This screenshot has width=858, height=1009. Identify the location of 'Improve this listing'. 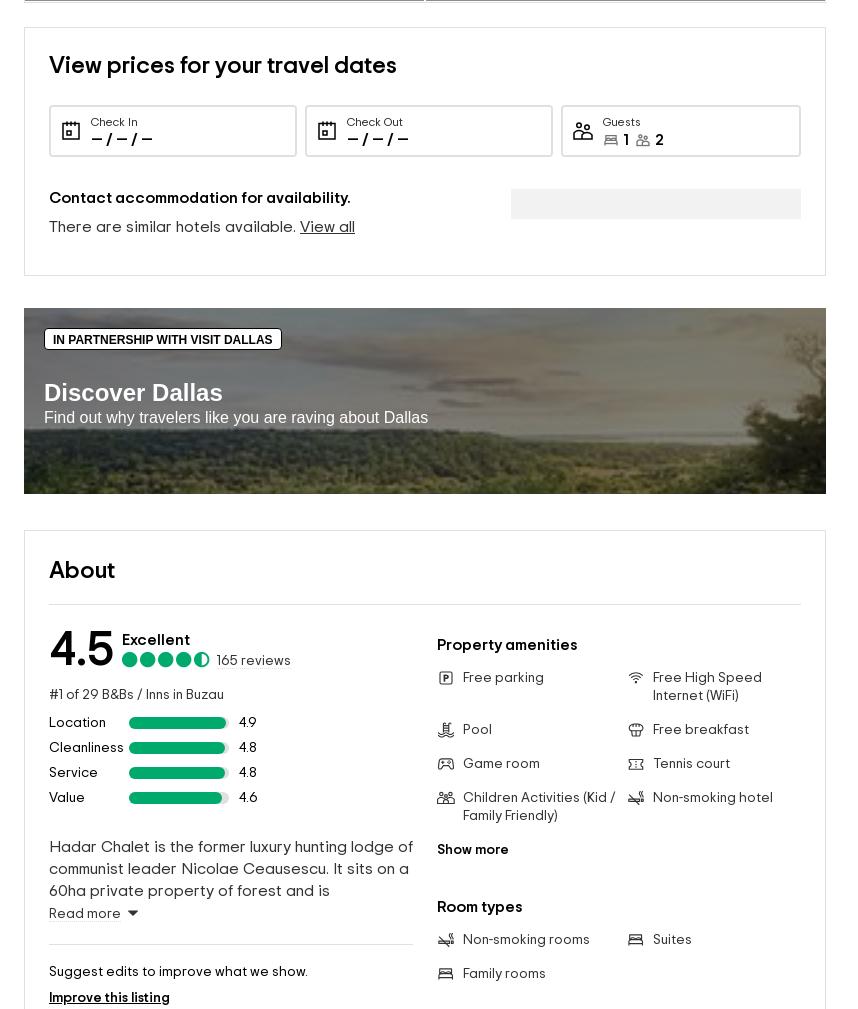
(109, 875).